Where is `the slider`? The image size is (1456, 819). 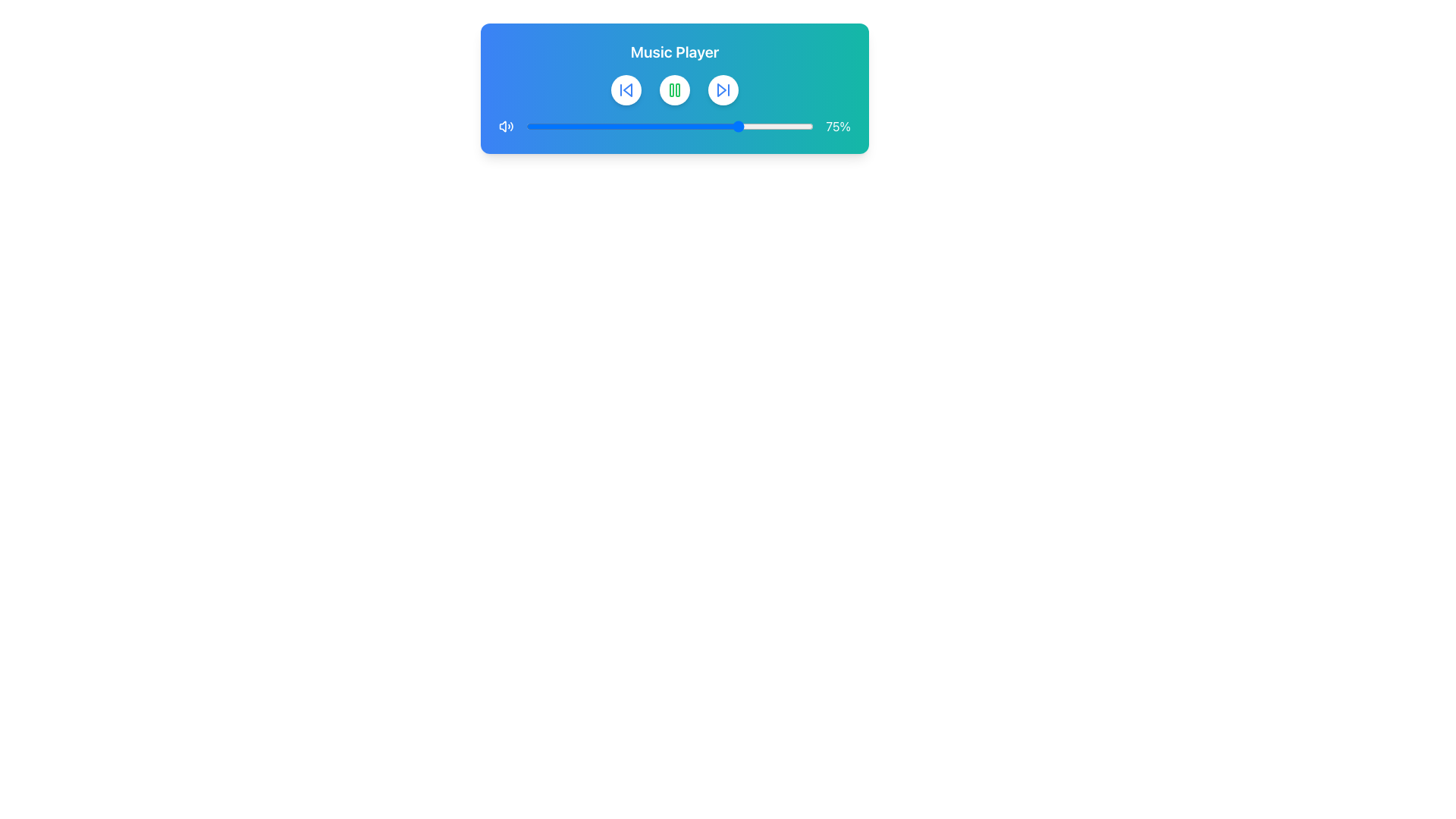 the slider is located at coordinates (730, 125).